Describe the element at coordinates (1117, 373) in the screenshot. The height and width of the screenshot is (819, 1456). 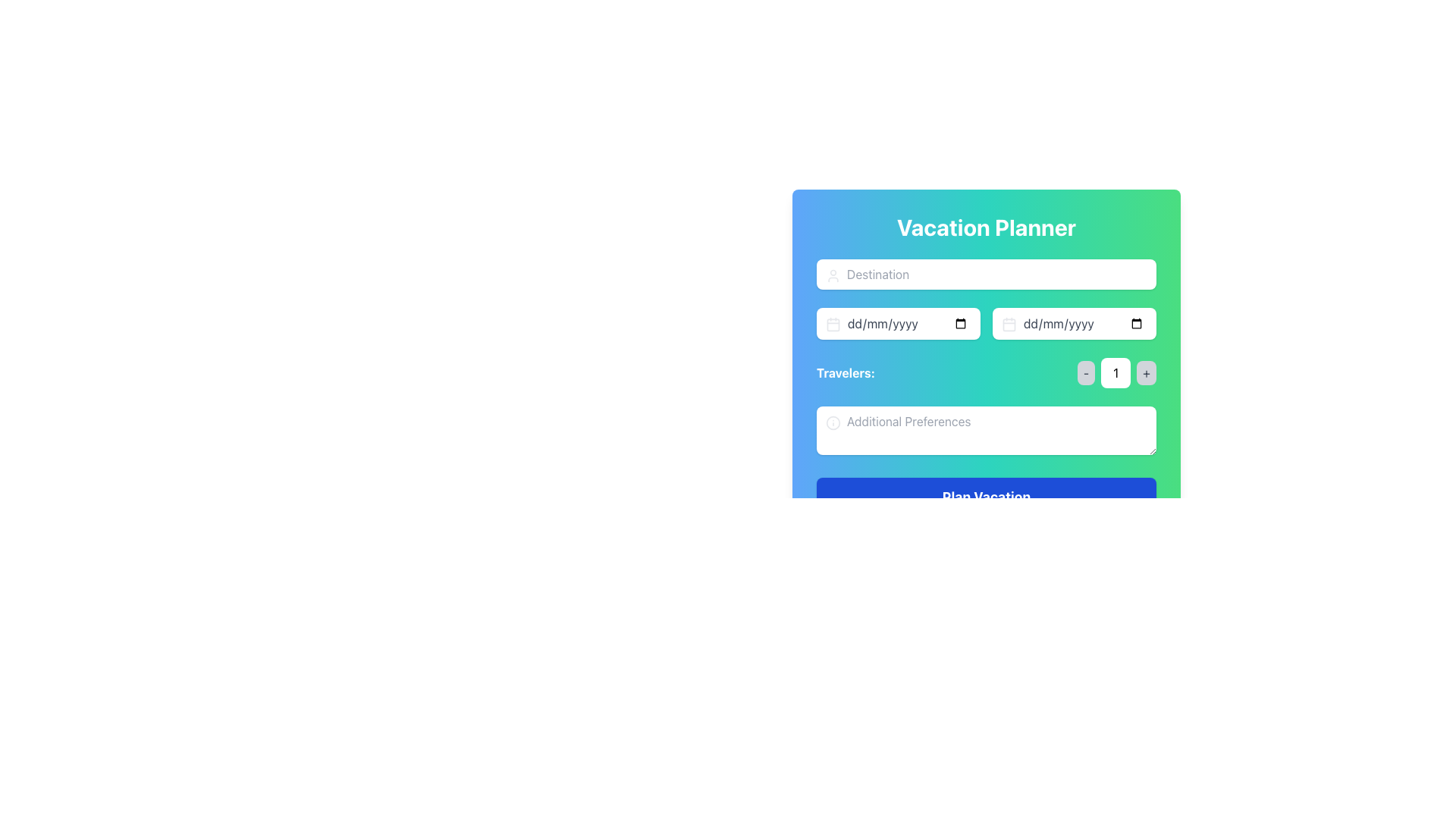
I see `the Display field that shows the current numeric value representing the number of travelers, located next to the 'Travelers:' label` at that location.